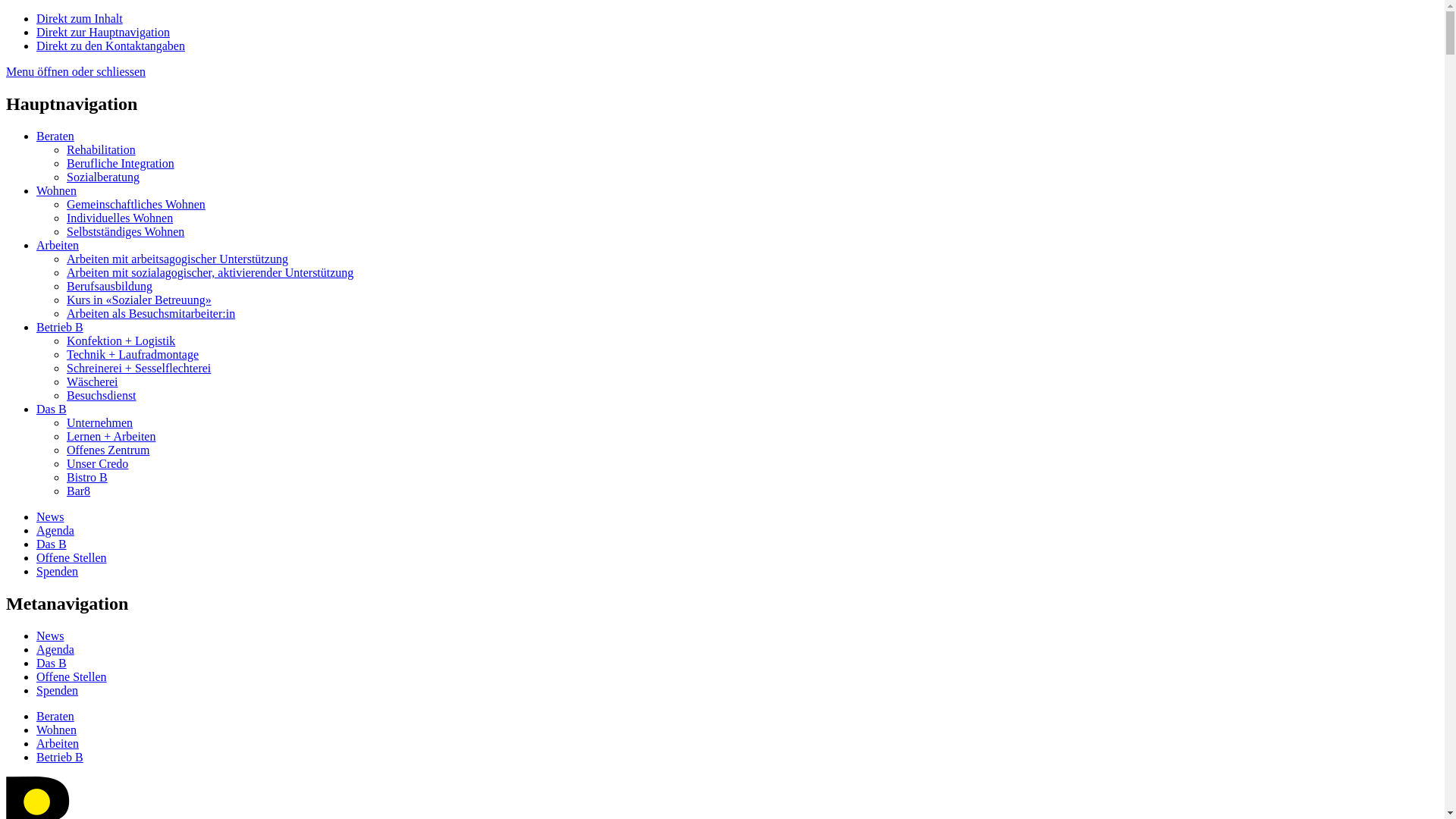  What do you see at coordinates (55, 135) in the screenshot?
I see `'Beraten'` at bounding box center [55, 135].